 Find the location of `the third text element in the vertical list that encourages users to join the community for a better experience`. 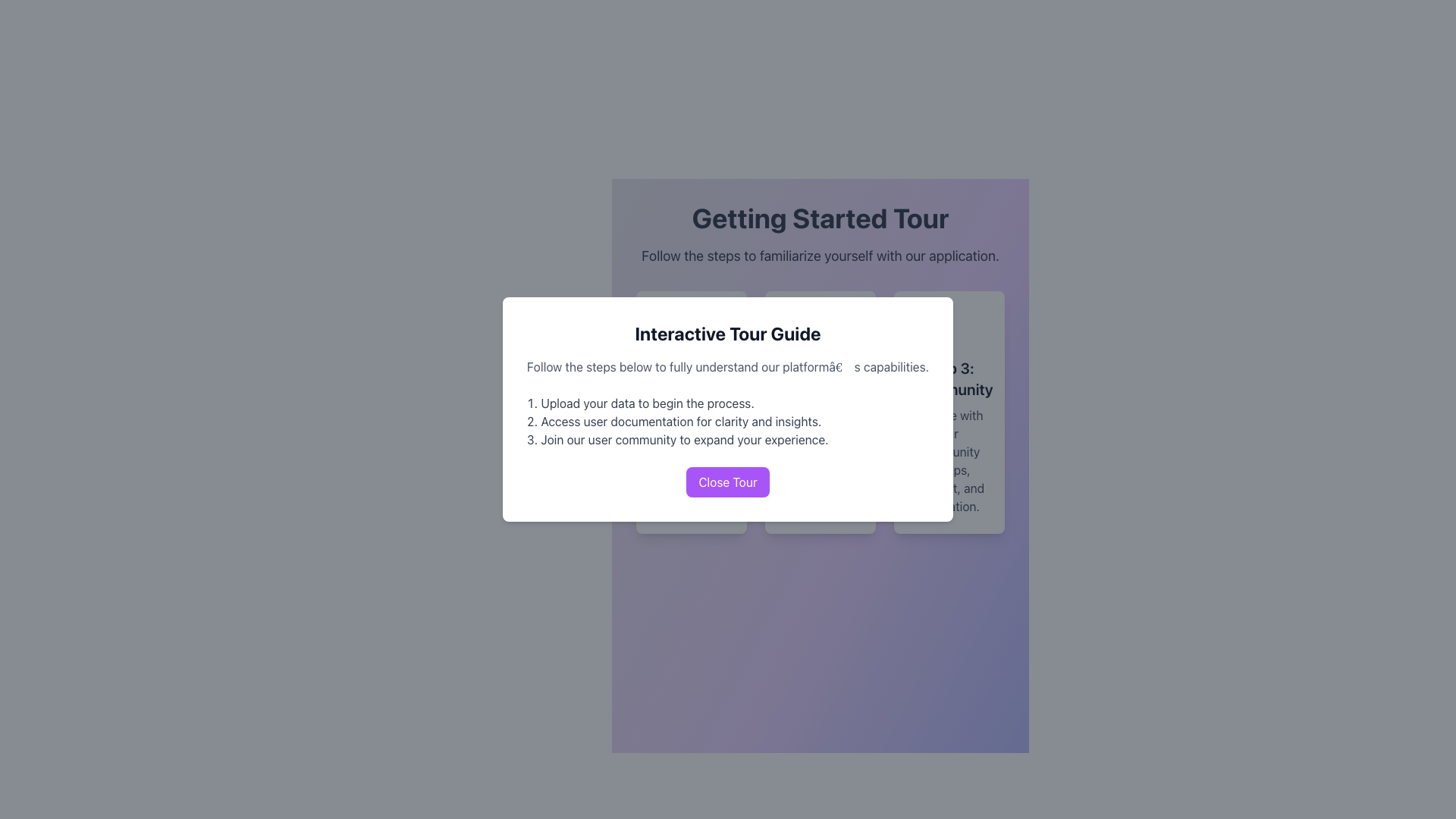

the third text element in the vertical list that encourages users to join the community for a better experience is located at coordinates (728, 439).